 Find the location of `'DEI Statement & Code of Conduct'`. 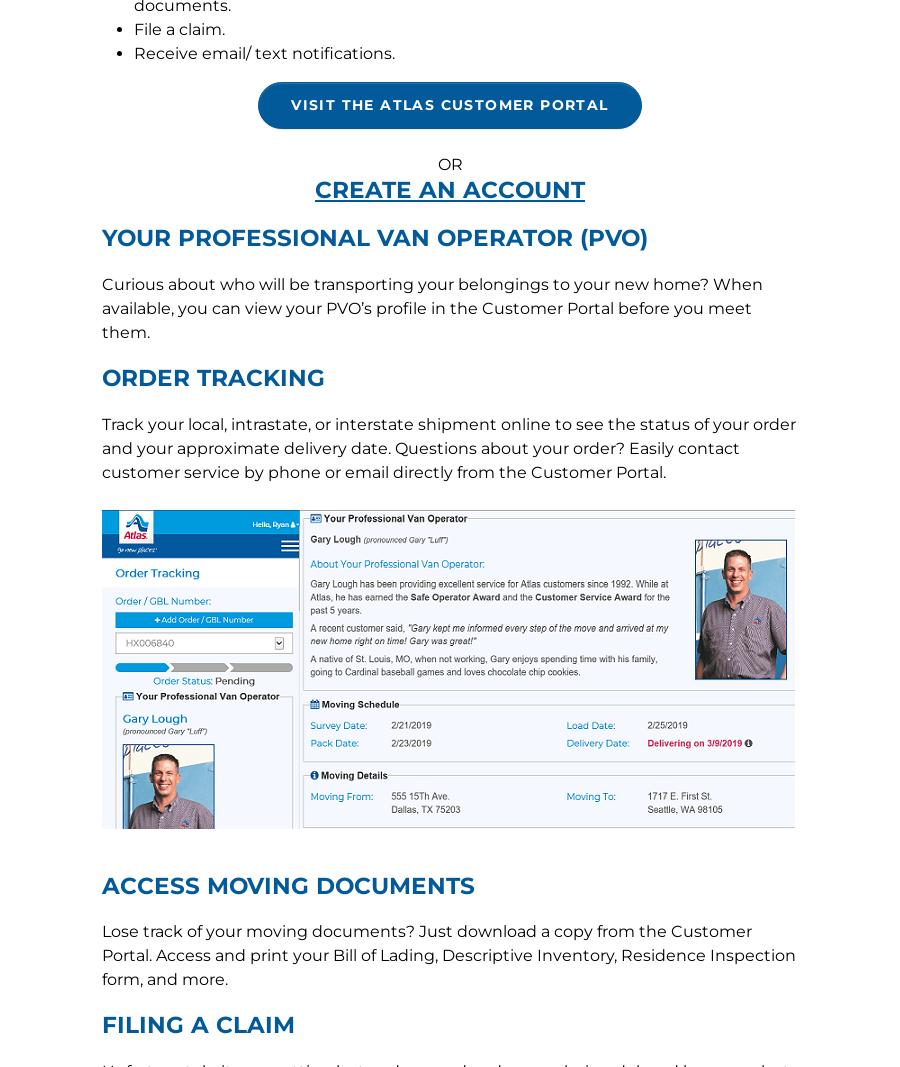

'DEI Statement & Code of Conduct' is located at coordinates (347, 509).